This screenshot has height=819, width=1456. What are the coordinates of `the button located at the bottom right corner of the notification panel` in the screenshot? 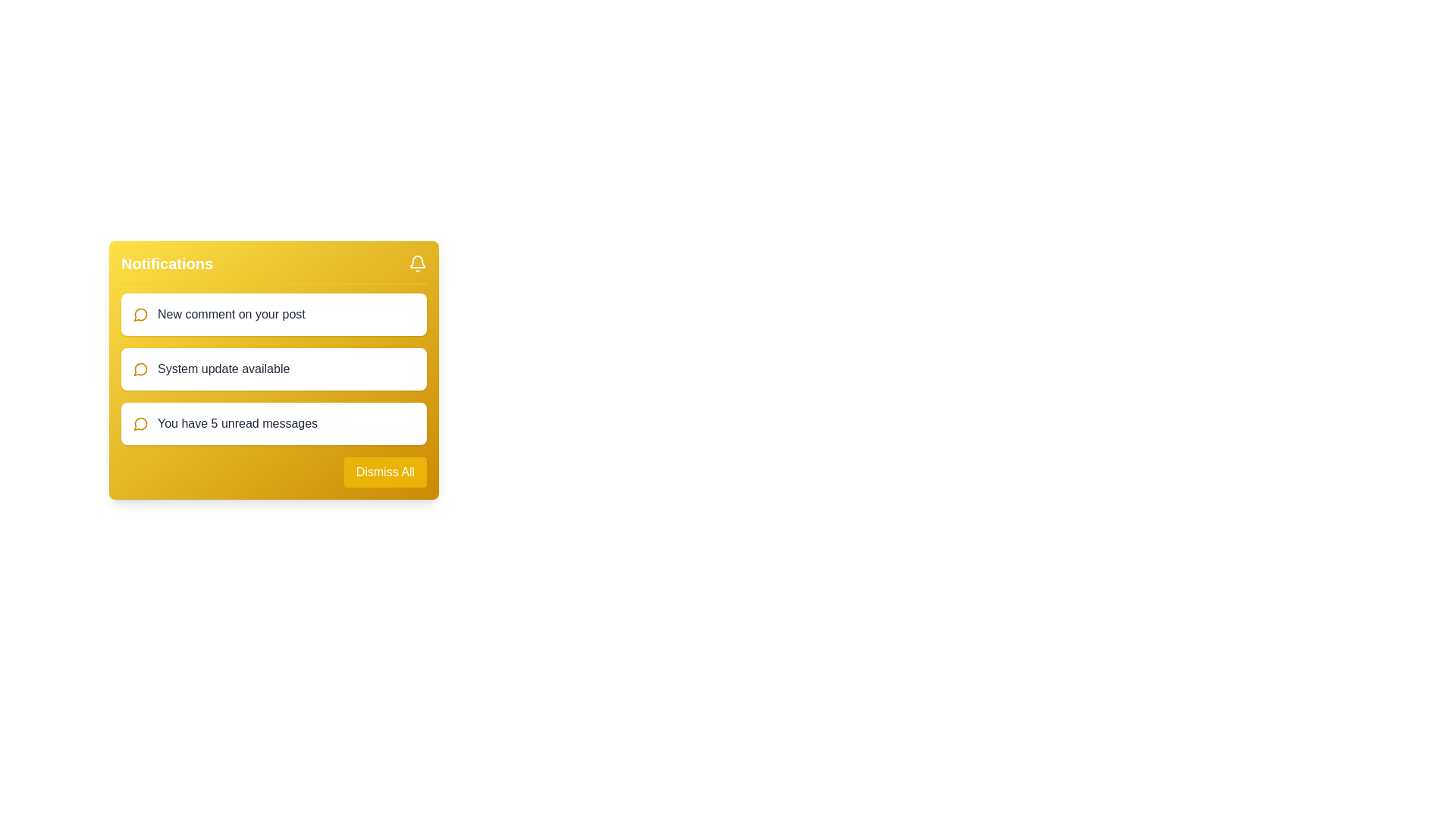 It's located at (274, 472).